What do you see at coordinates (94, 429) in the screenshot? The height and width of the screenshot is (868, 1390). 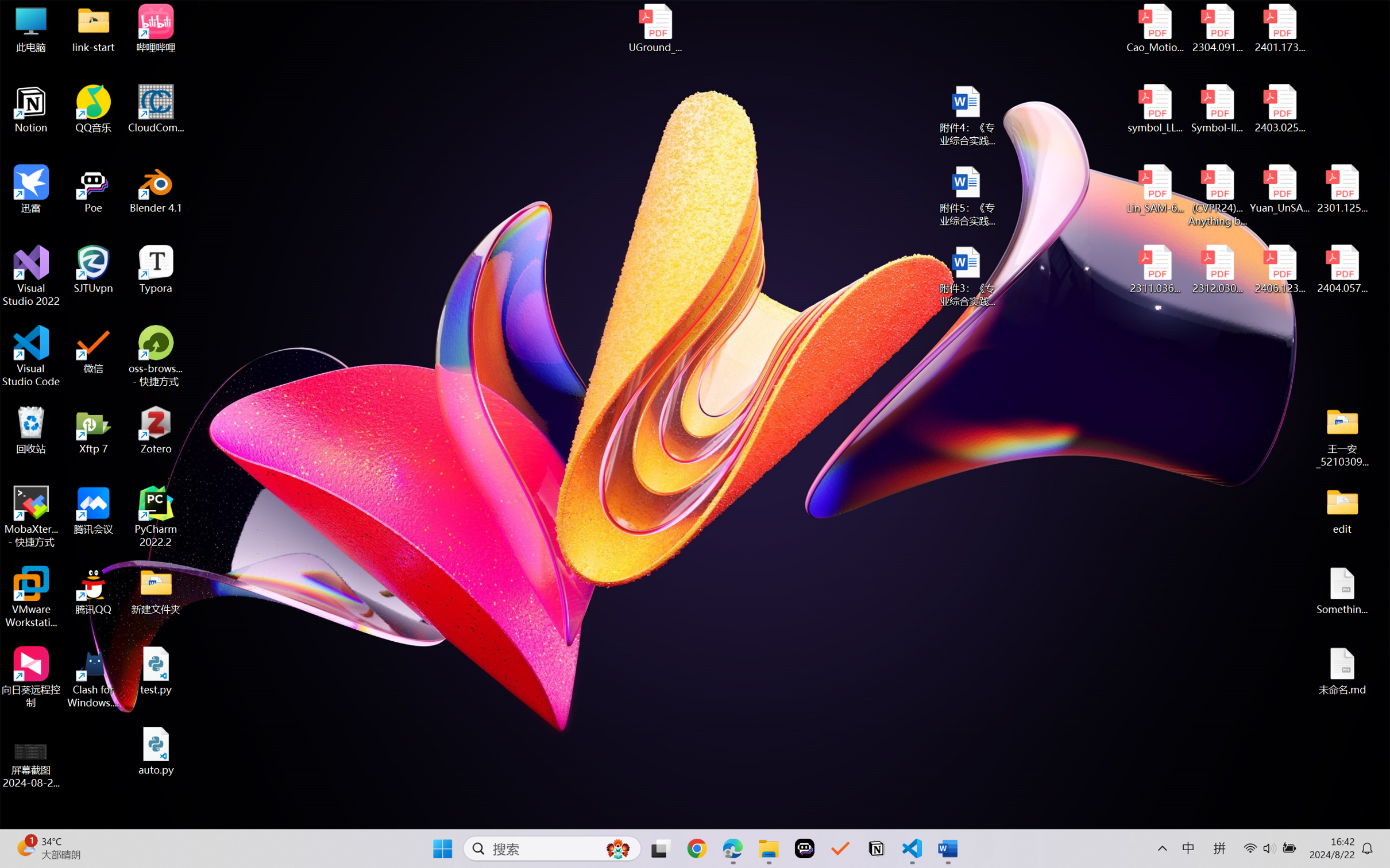 I see `'Xftp 7'` at bounding box center [94, 429].